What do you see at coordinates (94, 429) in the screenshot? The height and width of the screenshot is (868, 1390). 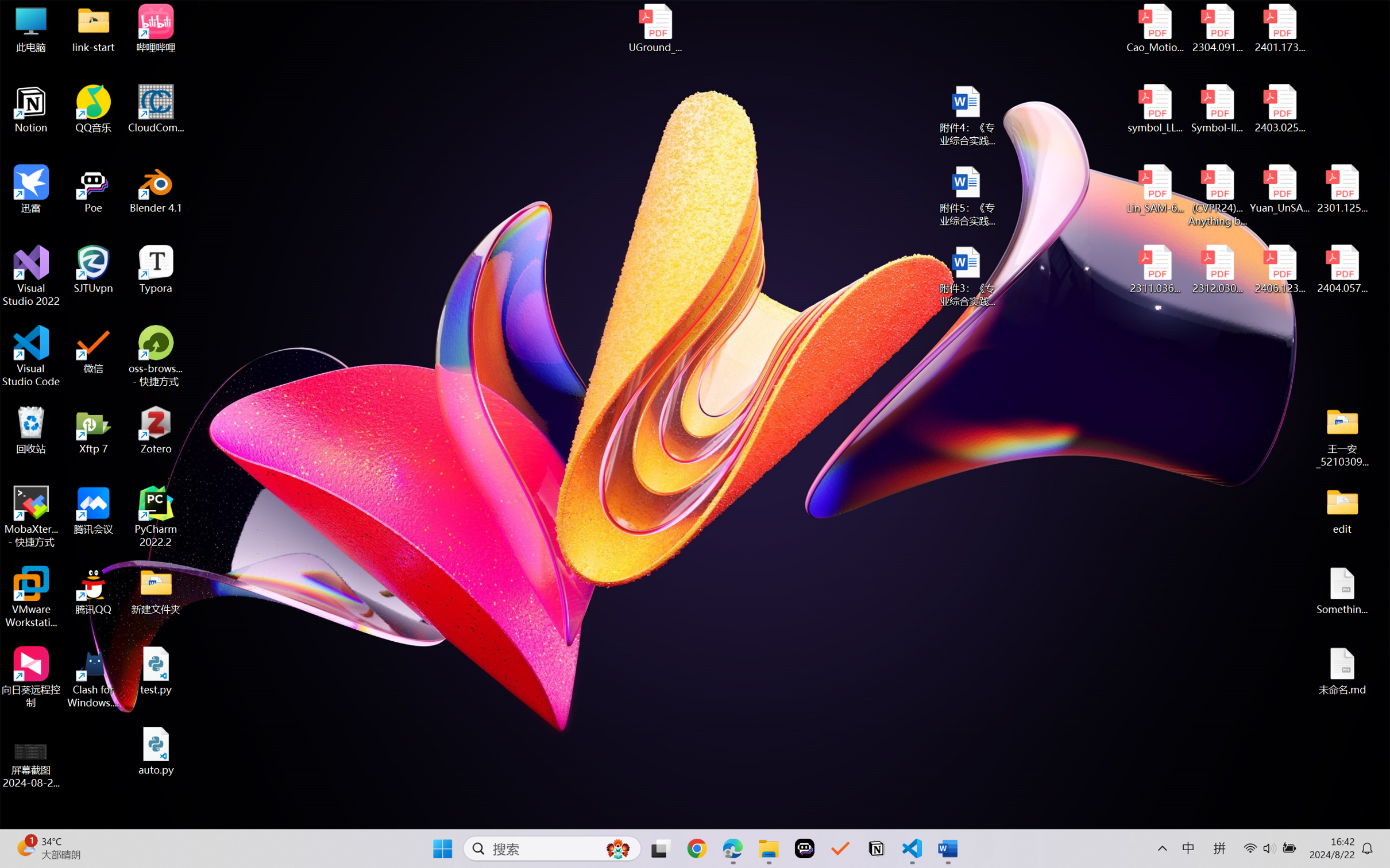 I see `'Xftp 7'` at bounding box center [94, 429].